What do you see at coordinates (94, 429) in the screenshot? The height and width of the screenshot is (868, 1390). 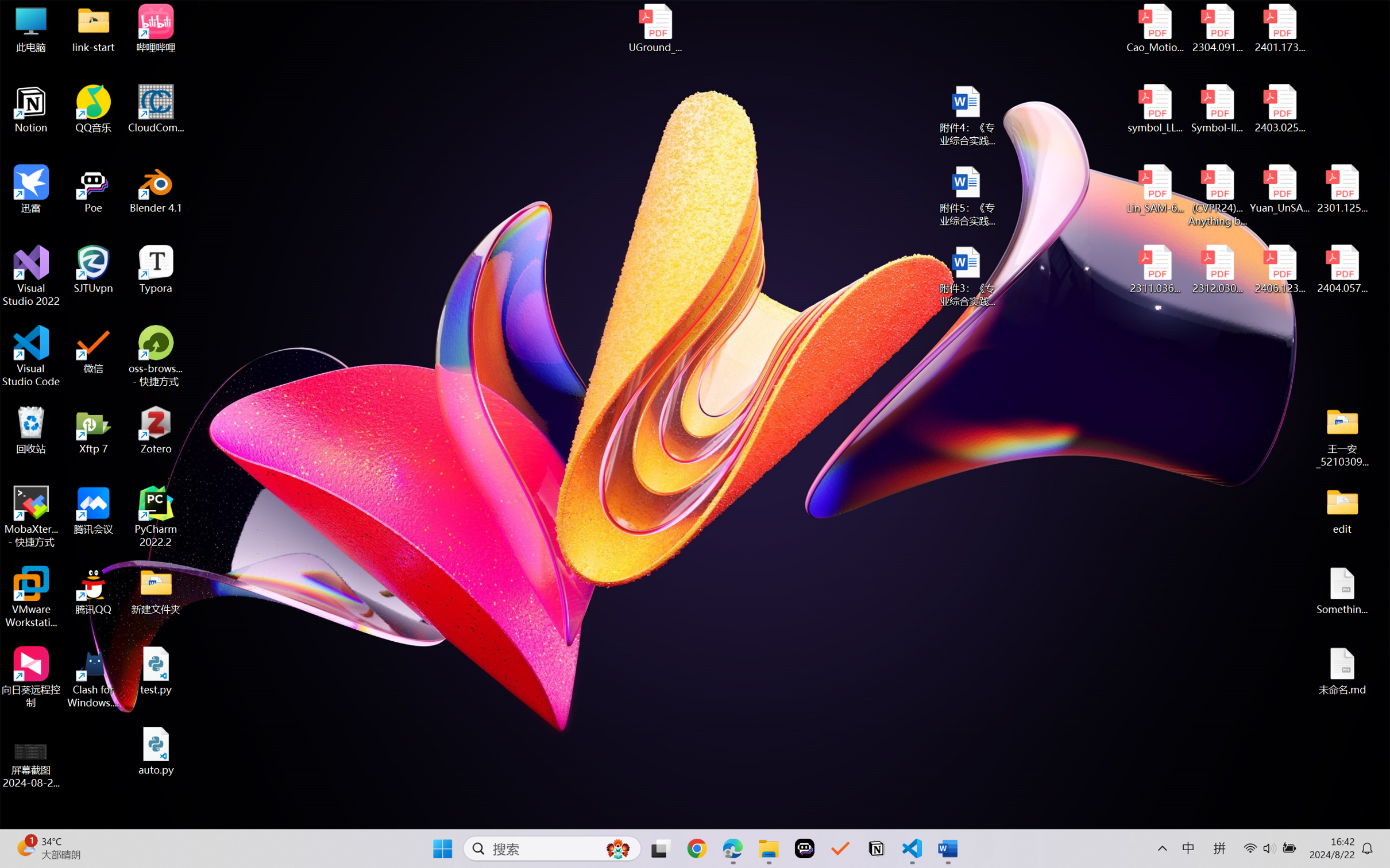 I see `'Xftp 7'` at bounding box center [94, 429].